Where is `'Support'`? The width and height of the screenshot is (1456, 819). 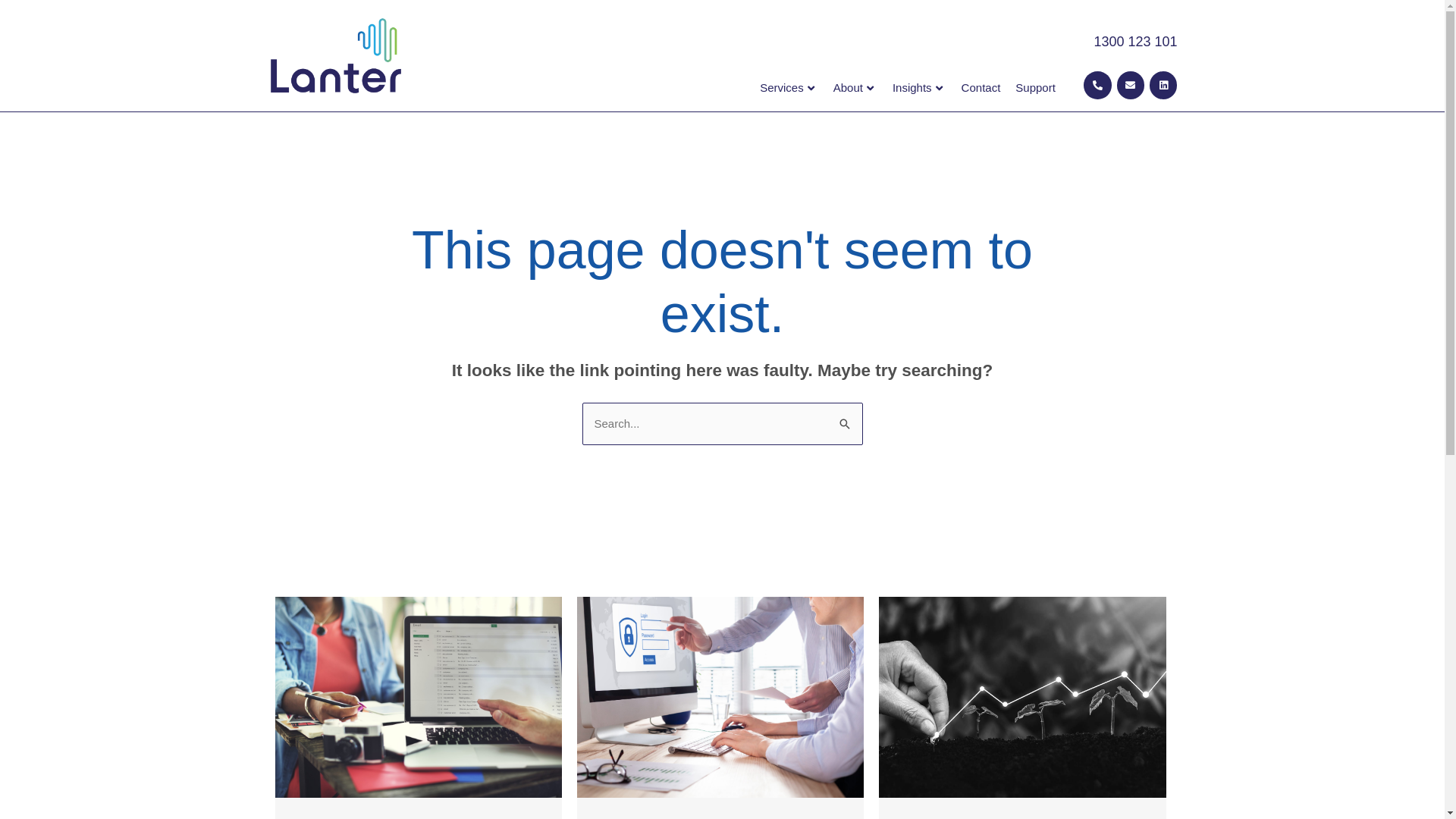 'Support' is located at coordinates (1008, 87).